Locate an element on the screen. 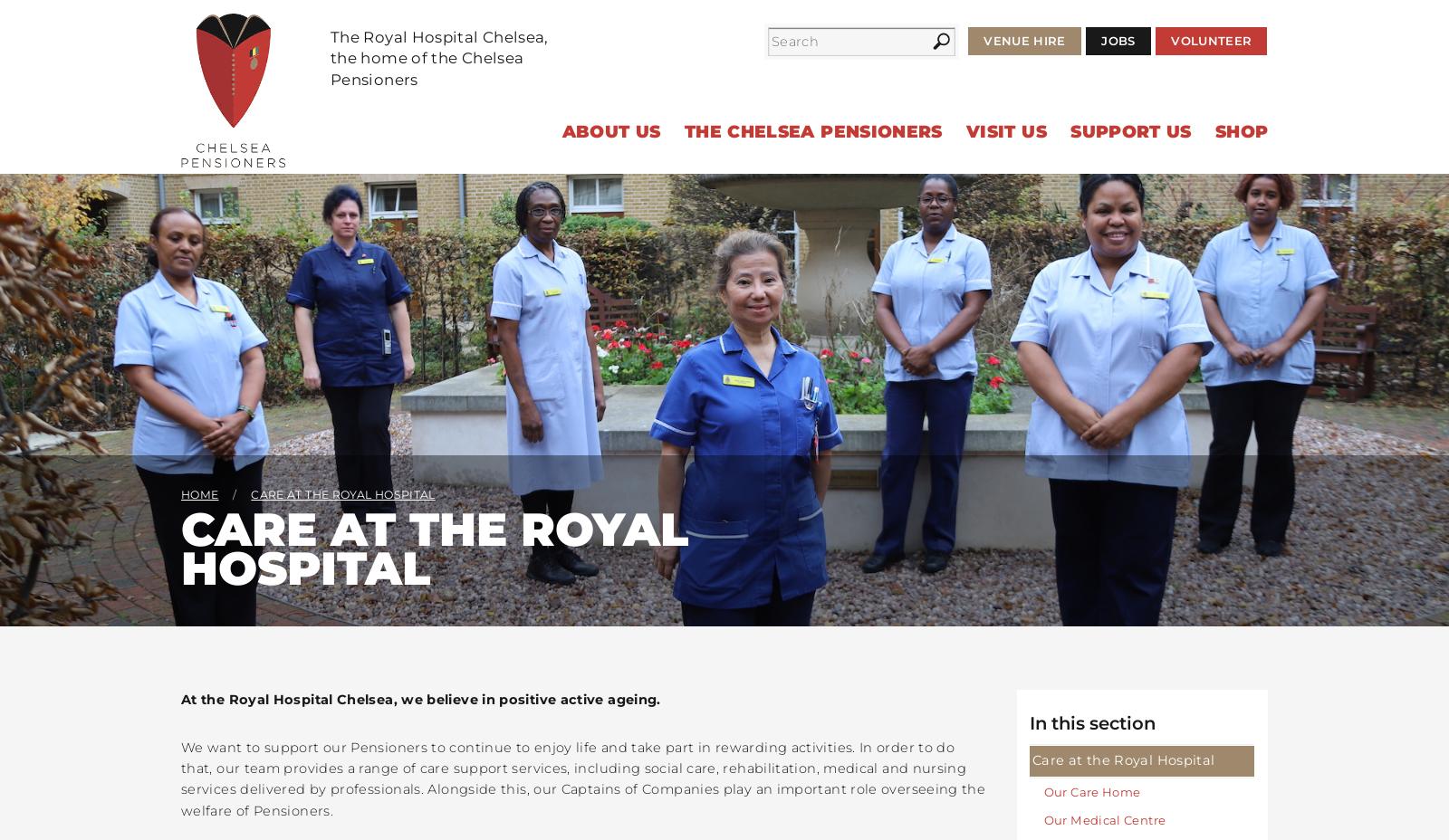  'In this section' is located at coordinates (1091, 721).